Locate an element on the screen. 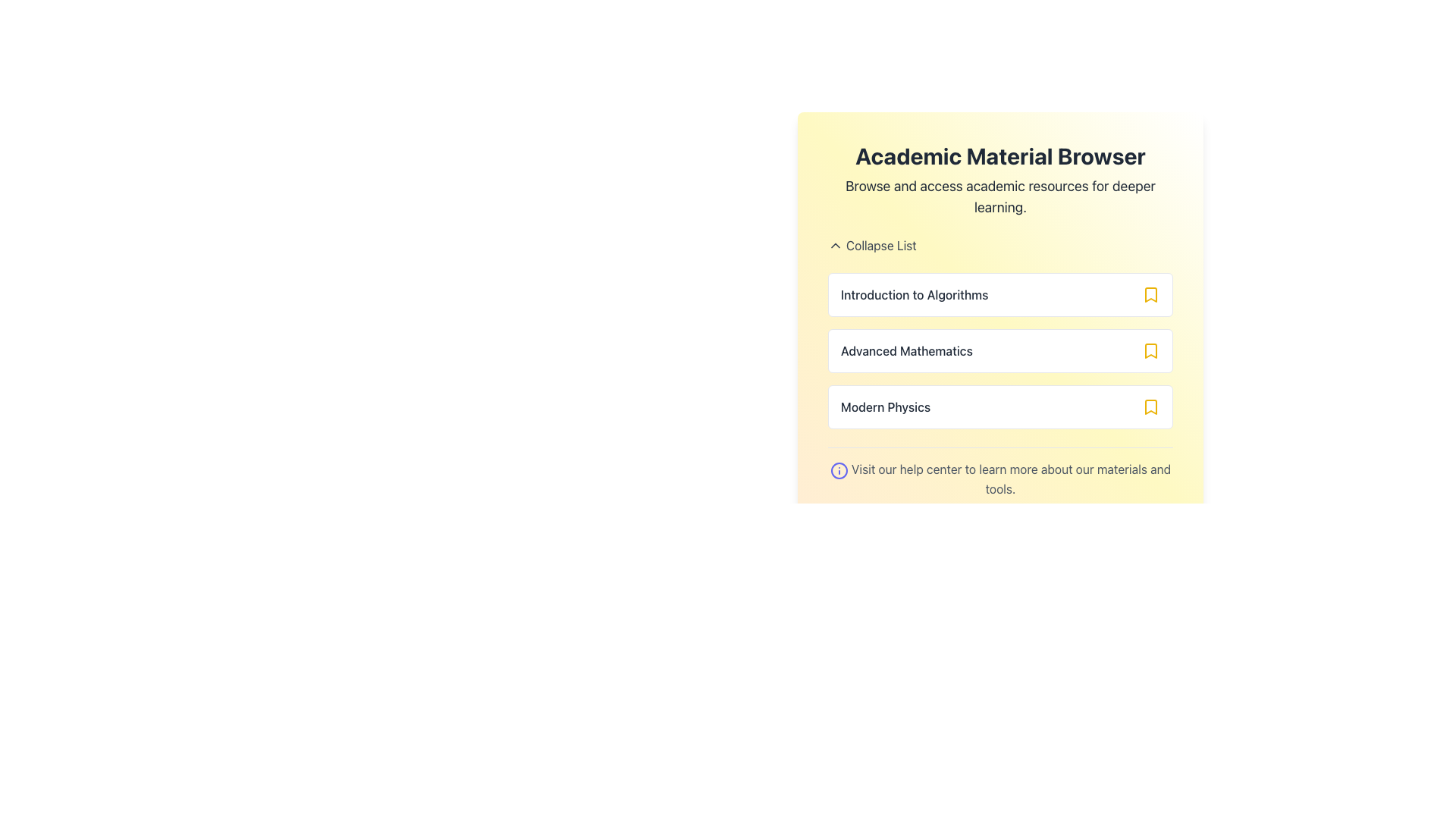 The width and height of the screenshot is (1456, 819). the bookmark icon located to the right of the text 'Modern Physics' in the third button of the vertical list is located at coordinates (1150, 406).